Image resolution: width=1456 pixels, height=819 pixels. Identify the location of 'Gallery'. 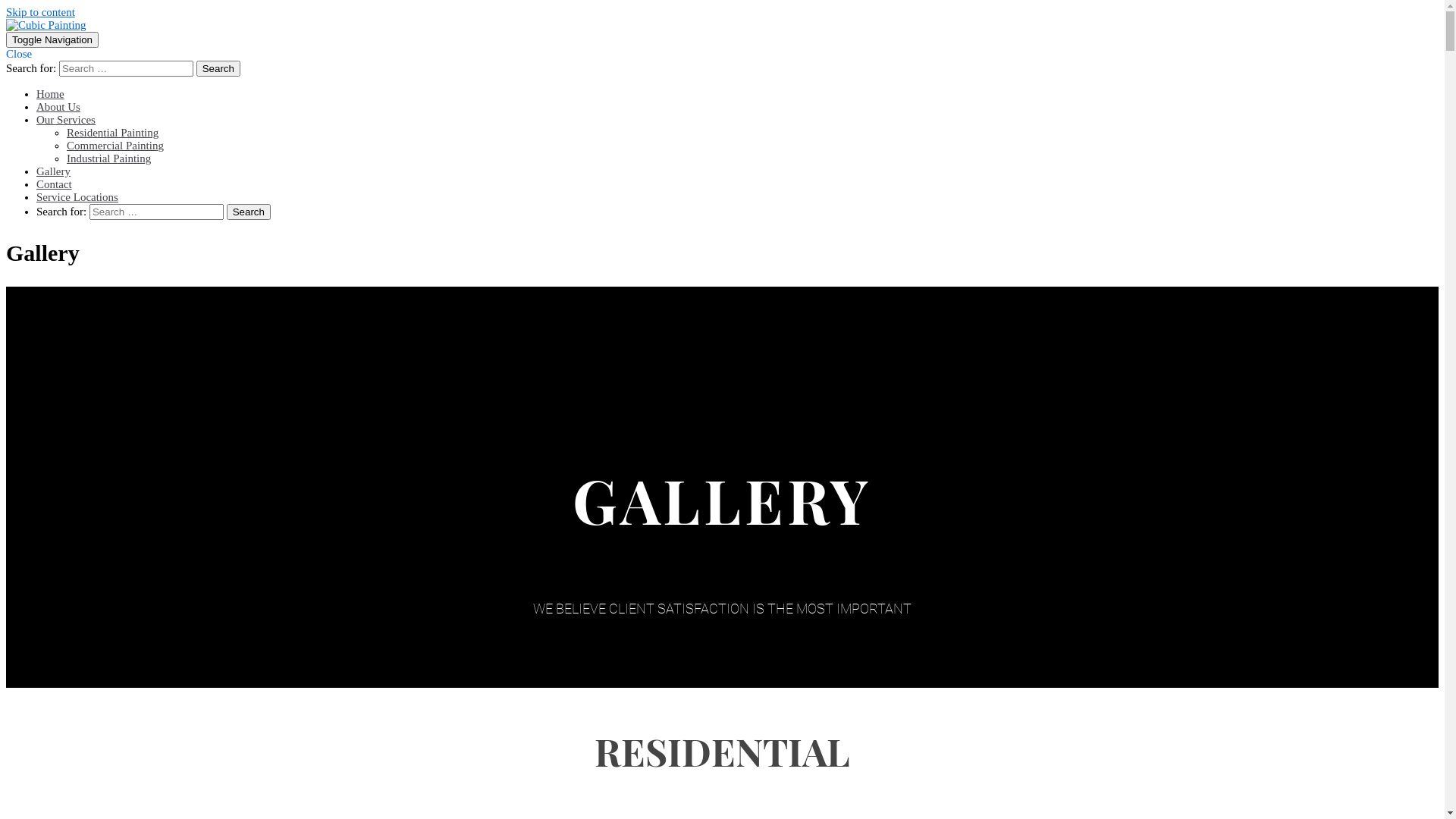
(53, 171).